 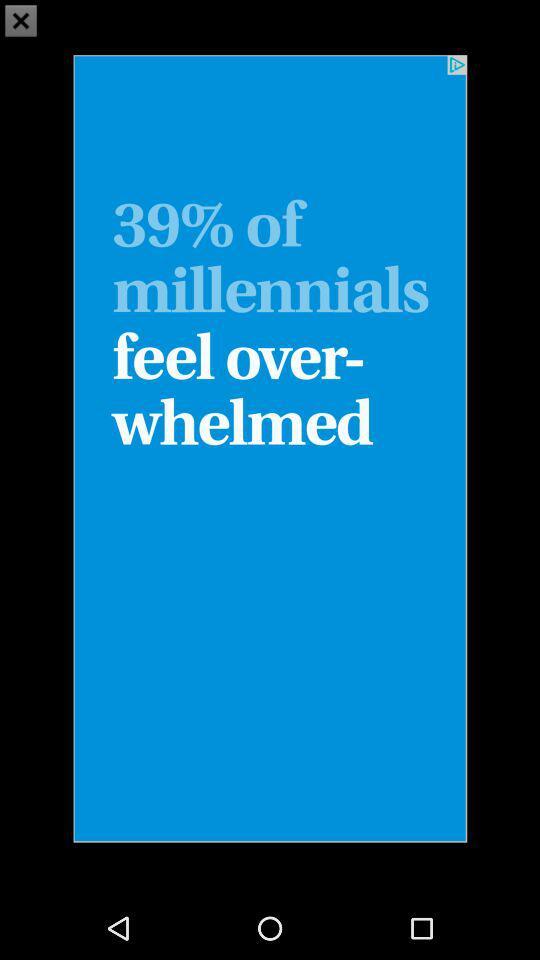 What do you see at coordinates (20, 21) in the screenshot?
I see `the close icon` at bounding box center [20, 21].